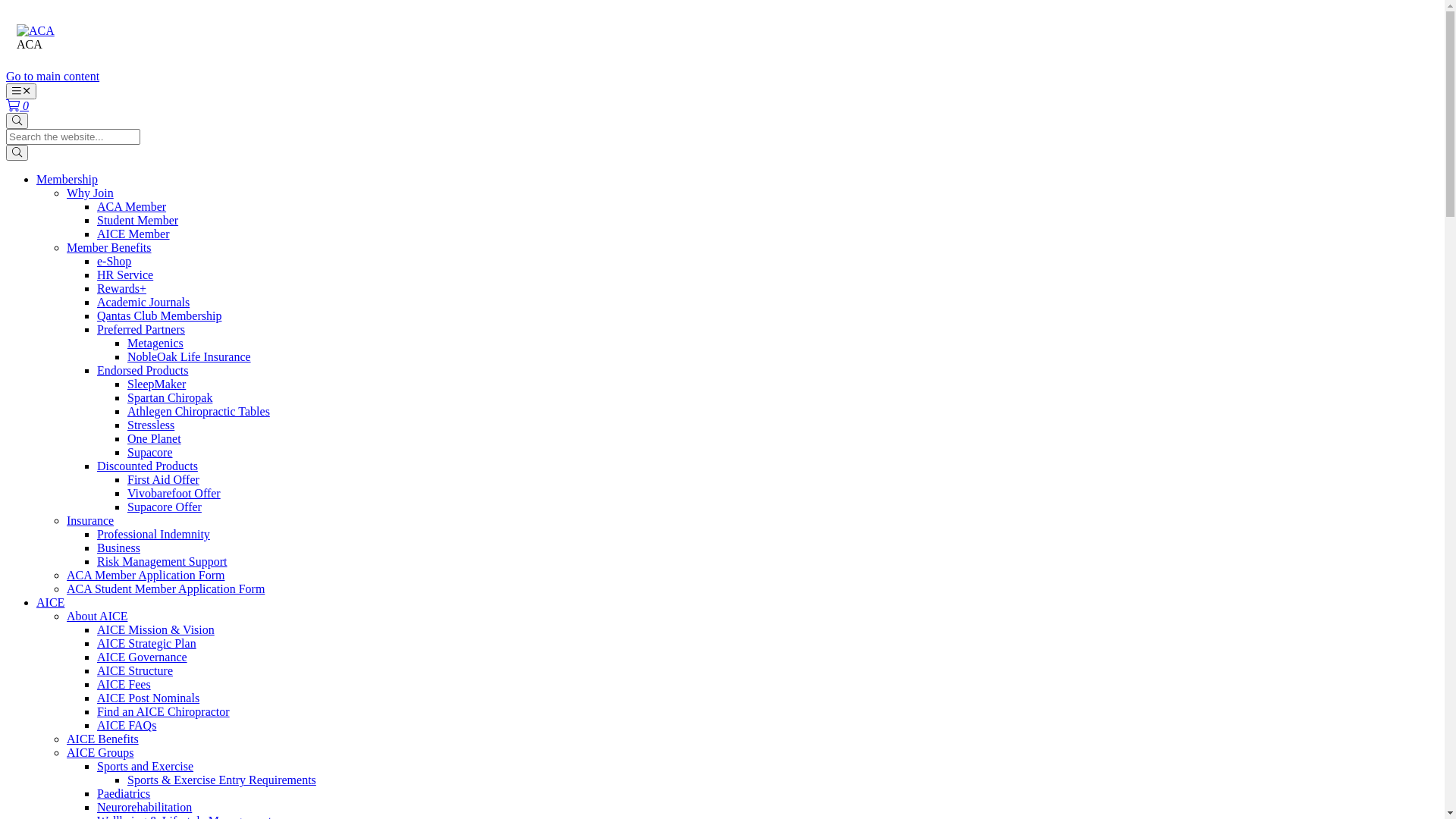 The height and width of the screenshot is (819, 1456). Describe the element at coordinates (66, 178) in the screenshot. I see `'Membership'` at that location.